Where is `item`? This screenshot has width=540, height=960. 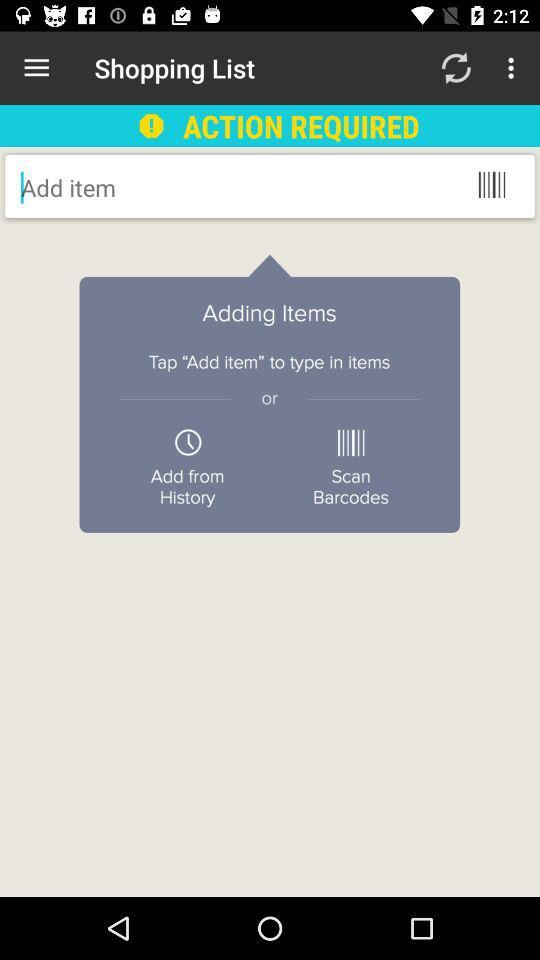
item is located at coordinates (181, 187).